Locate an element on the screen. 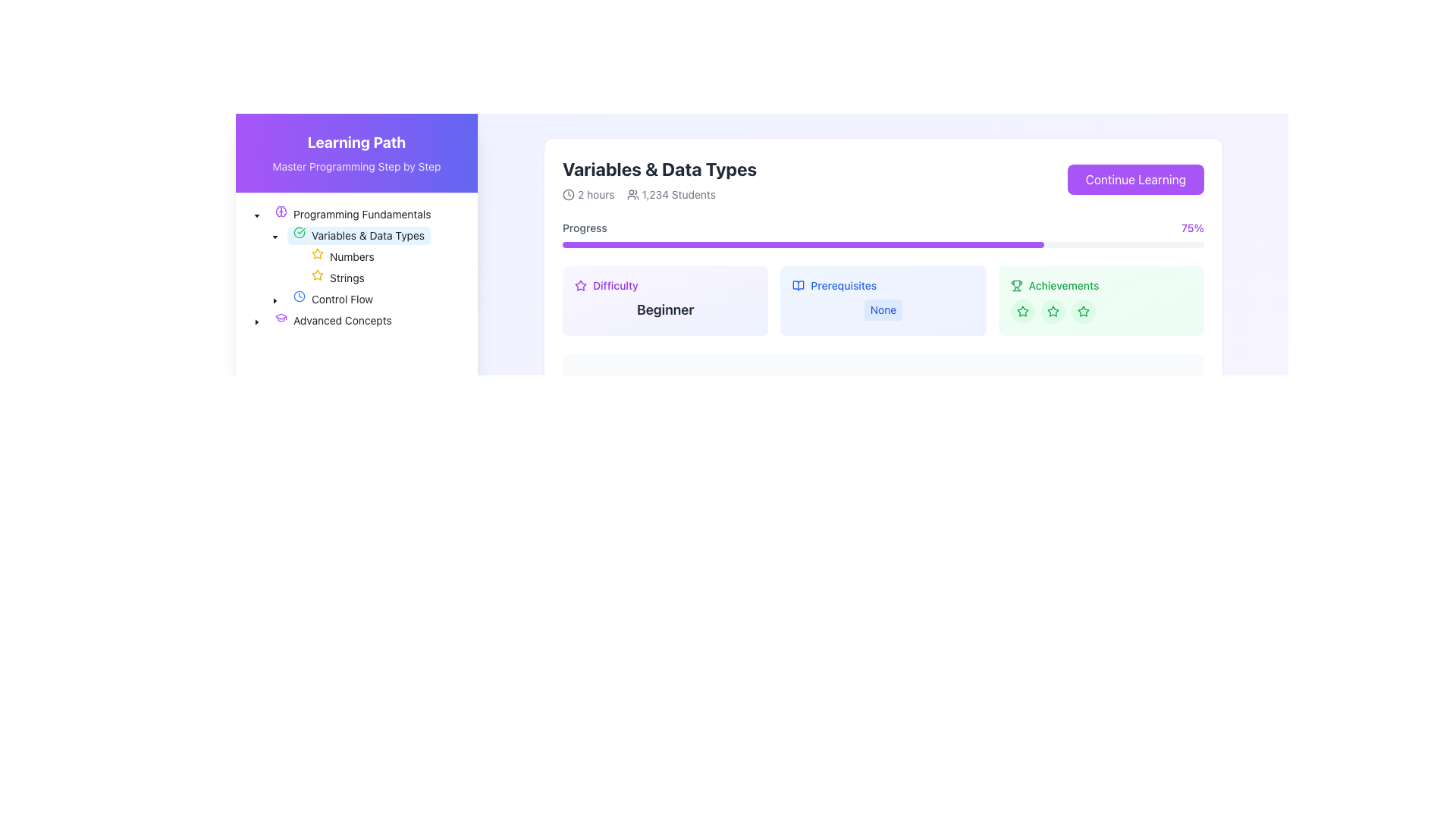 The image size is (1456, 819). the progress bar indicating 75% completion, located in the 'Progress' section of the 'Variables & Data Types' interface is located at coordinates (802, 244).